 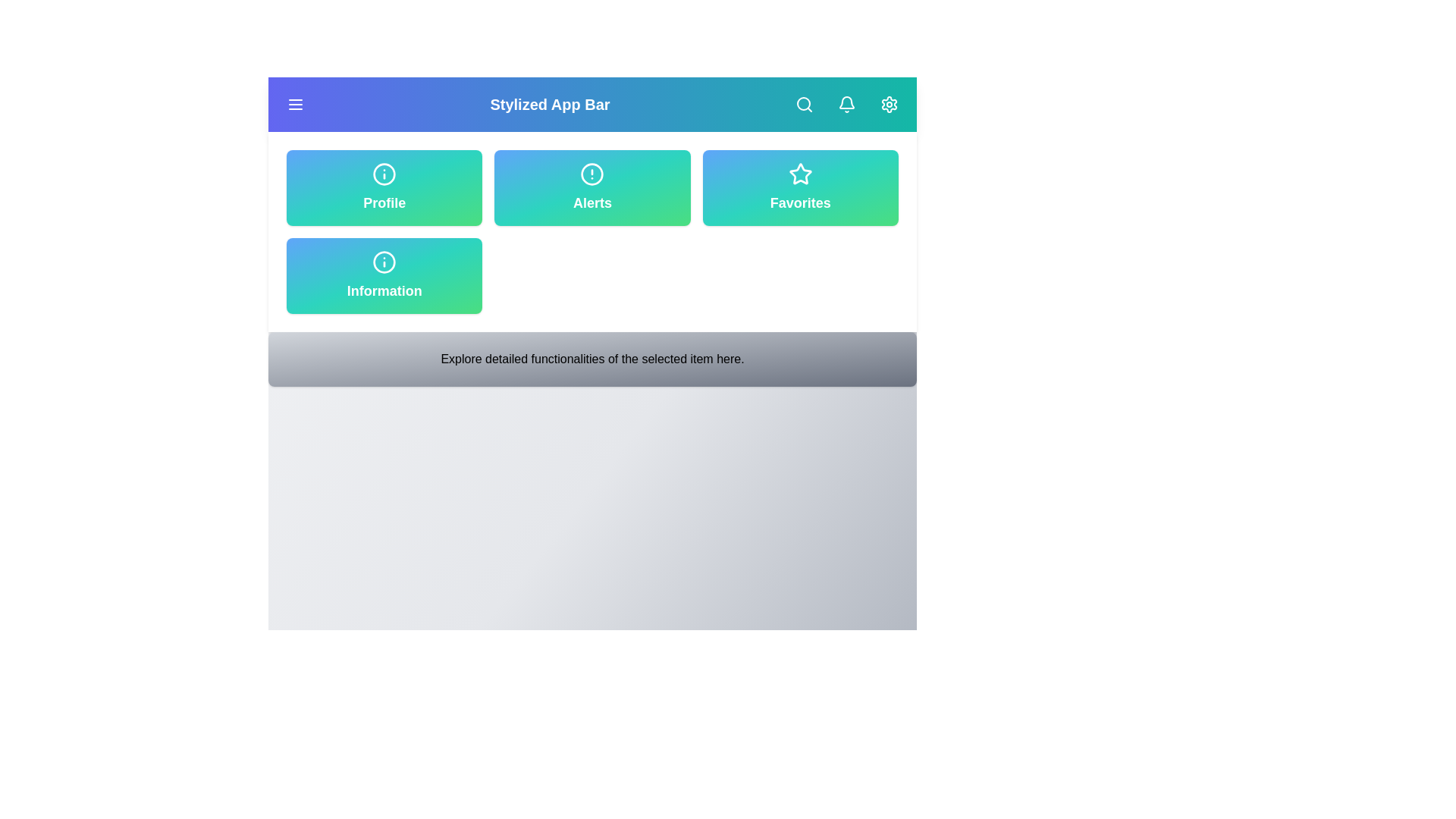 I want to click on the 'Favorites' button to select it, so click(x=799, y=187).